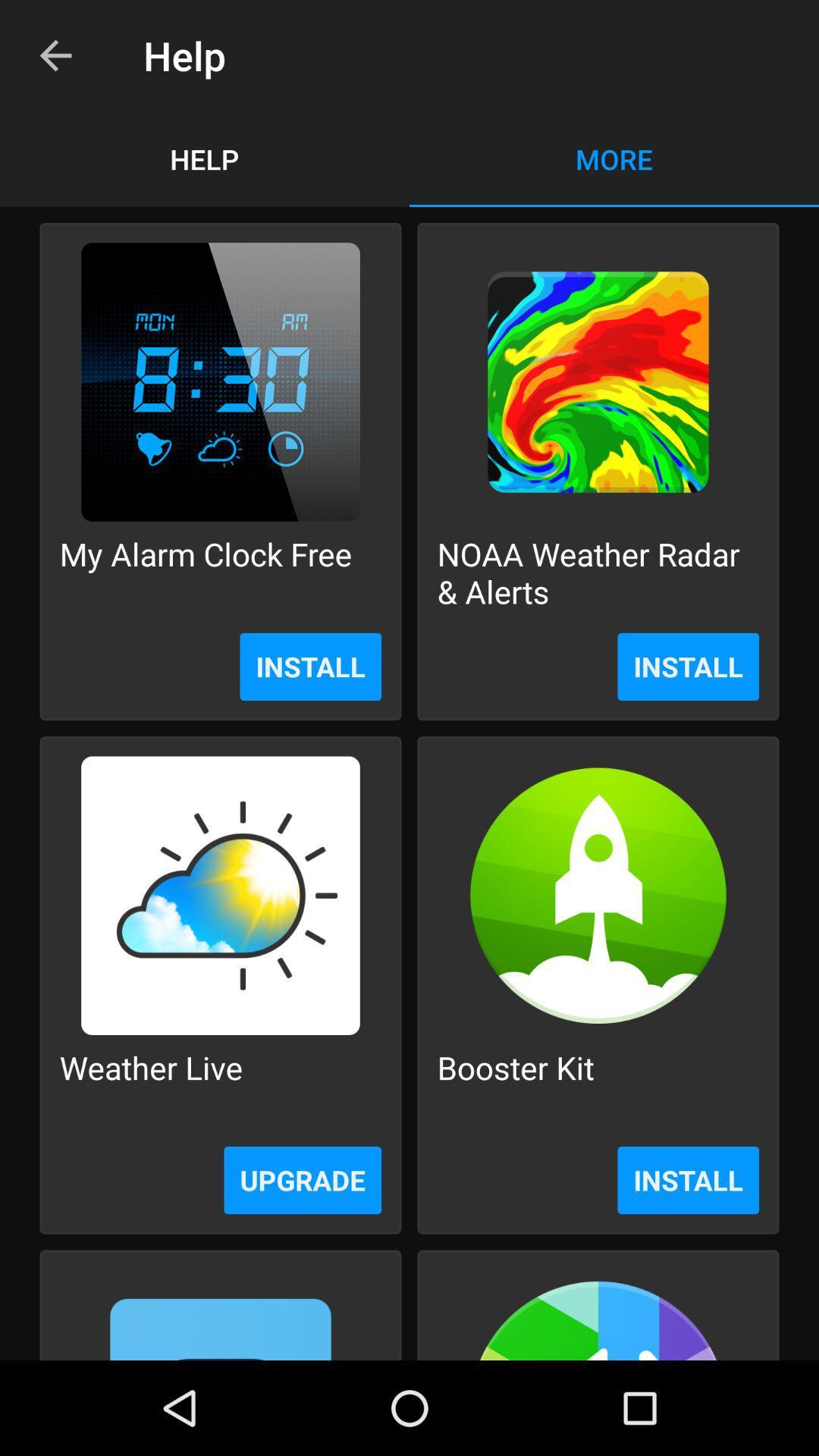 The width and height of the screenshot is (819, 1456). I want to click on noaa weather radar item, so click(598, 572).